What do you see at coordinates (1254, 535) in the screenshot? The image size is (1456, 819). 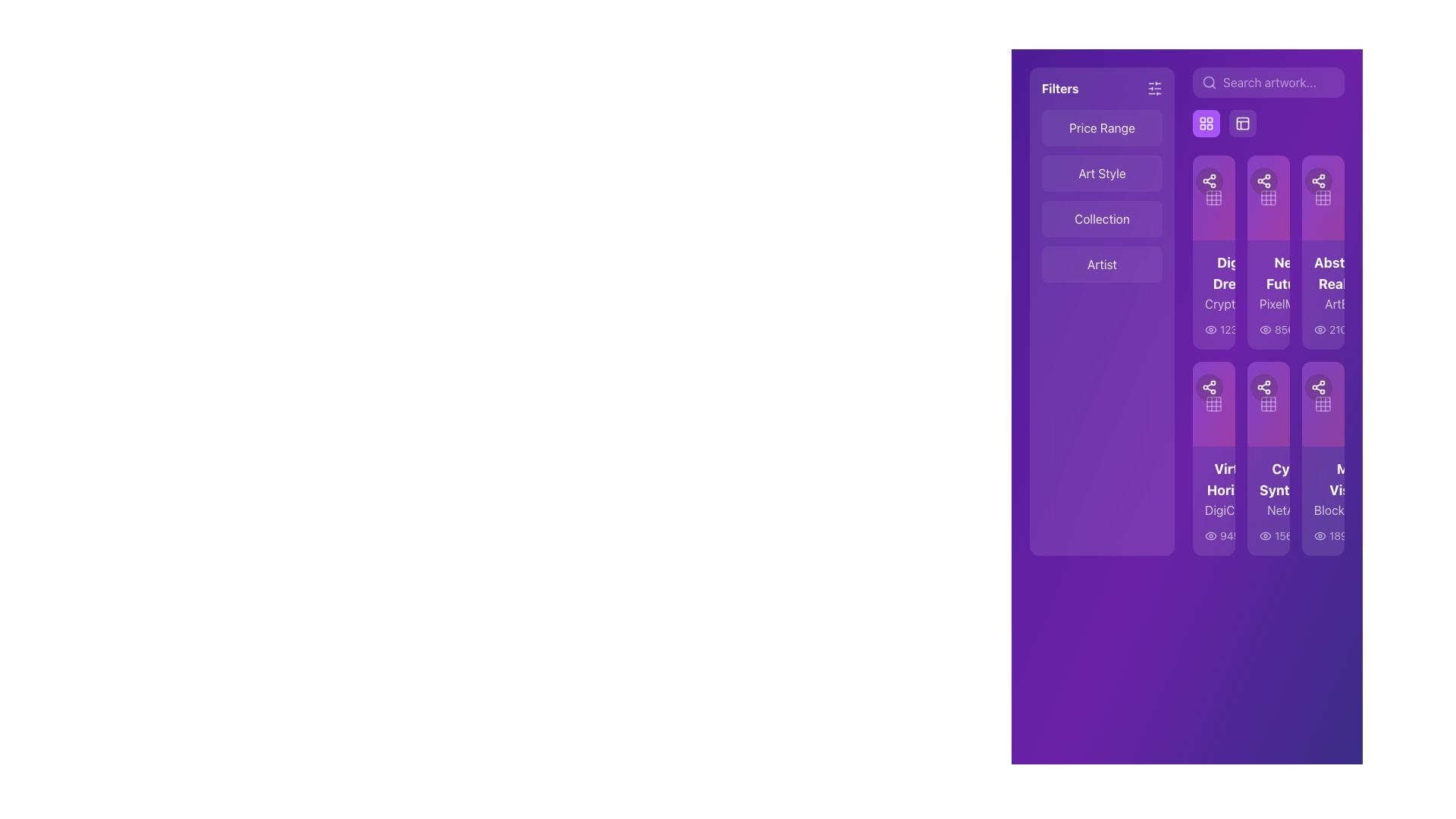 I see `the numerical label displaying '78', which is styled with light-colored text on a dark background and located to the right of a heart icon in a horizontal grouping` at bounding box center [1254, 535].